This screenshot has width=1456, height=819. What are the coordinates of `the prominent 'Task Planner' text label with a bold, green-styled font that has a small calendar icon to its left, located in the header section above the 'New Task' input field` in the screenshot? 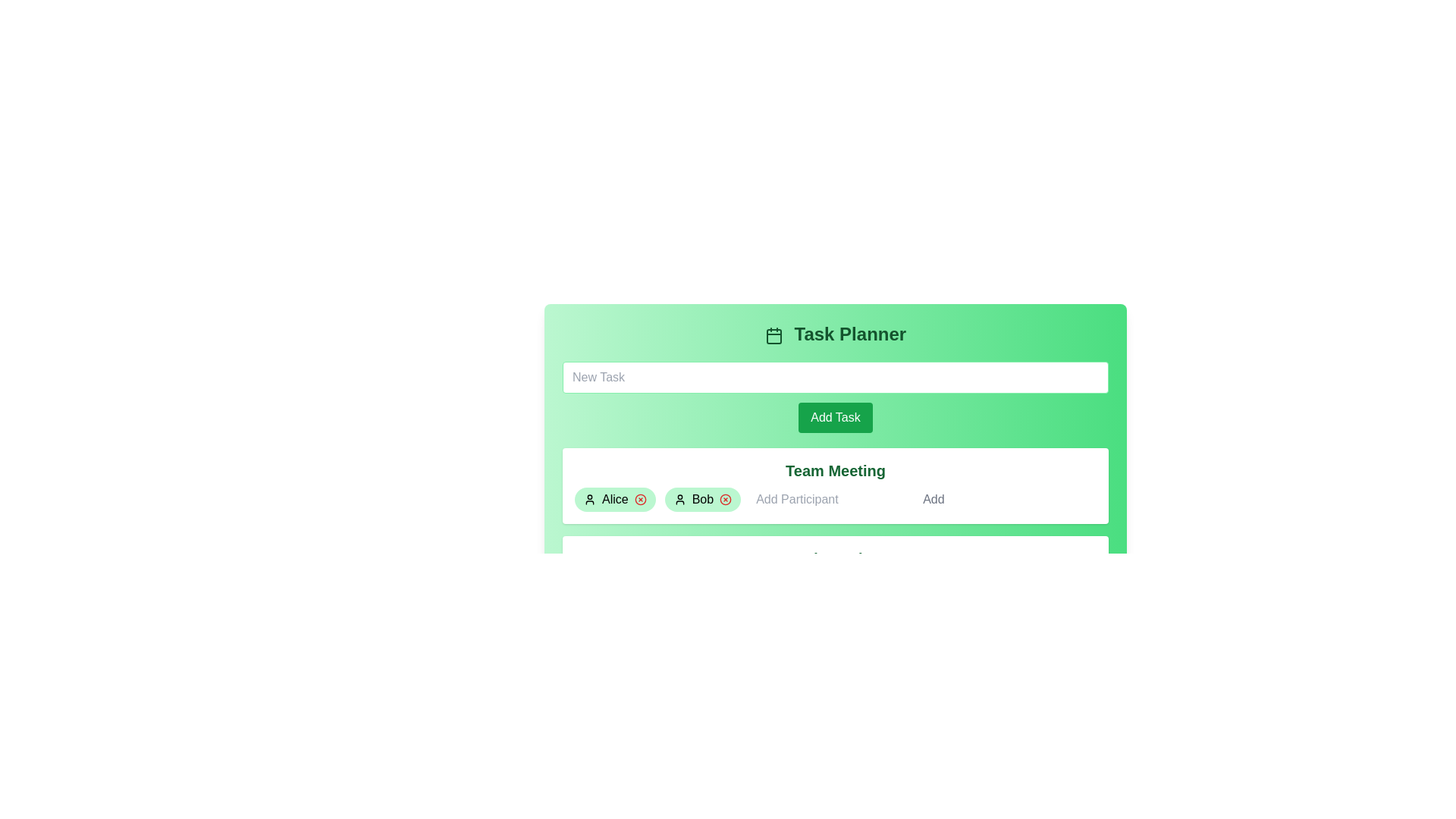 It's located at (835, 333).